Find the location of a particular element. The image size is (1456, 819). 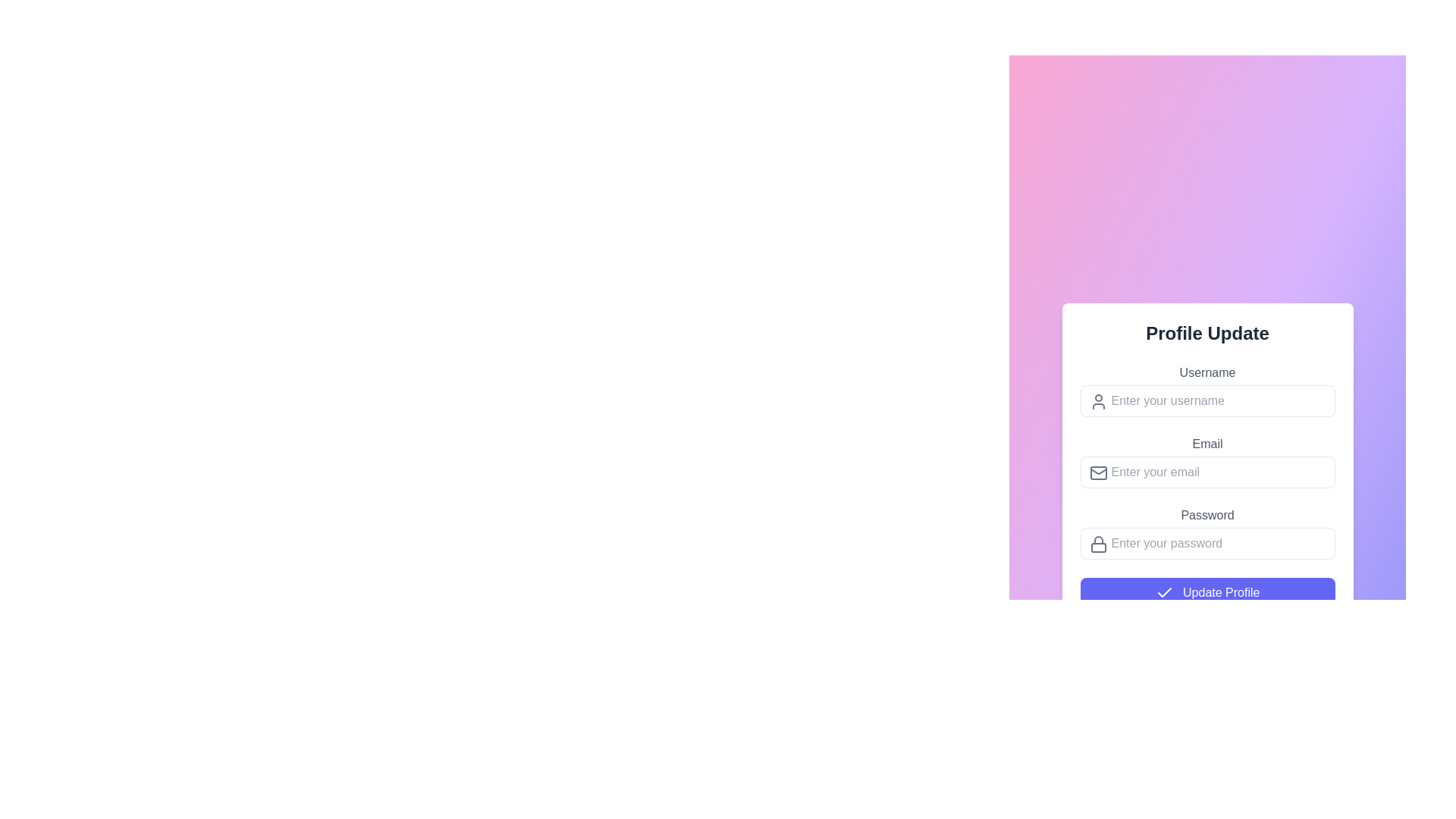

the rectangular portion of the SVG mail icon, which is adjacent to the email input field and slightly above the text 'Enter your email' is located at coordinates (1098, 472).